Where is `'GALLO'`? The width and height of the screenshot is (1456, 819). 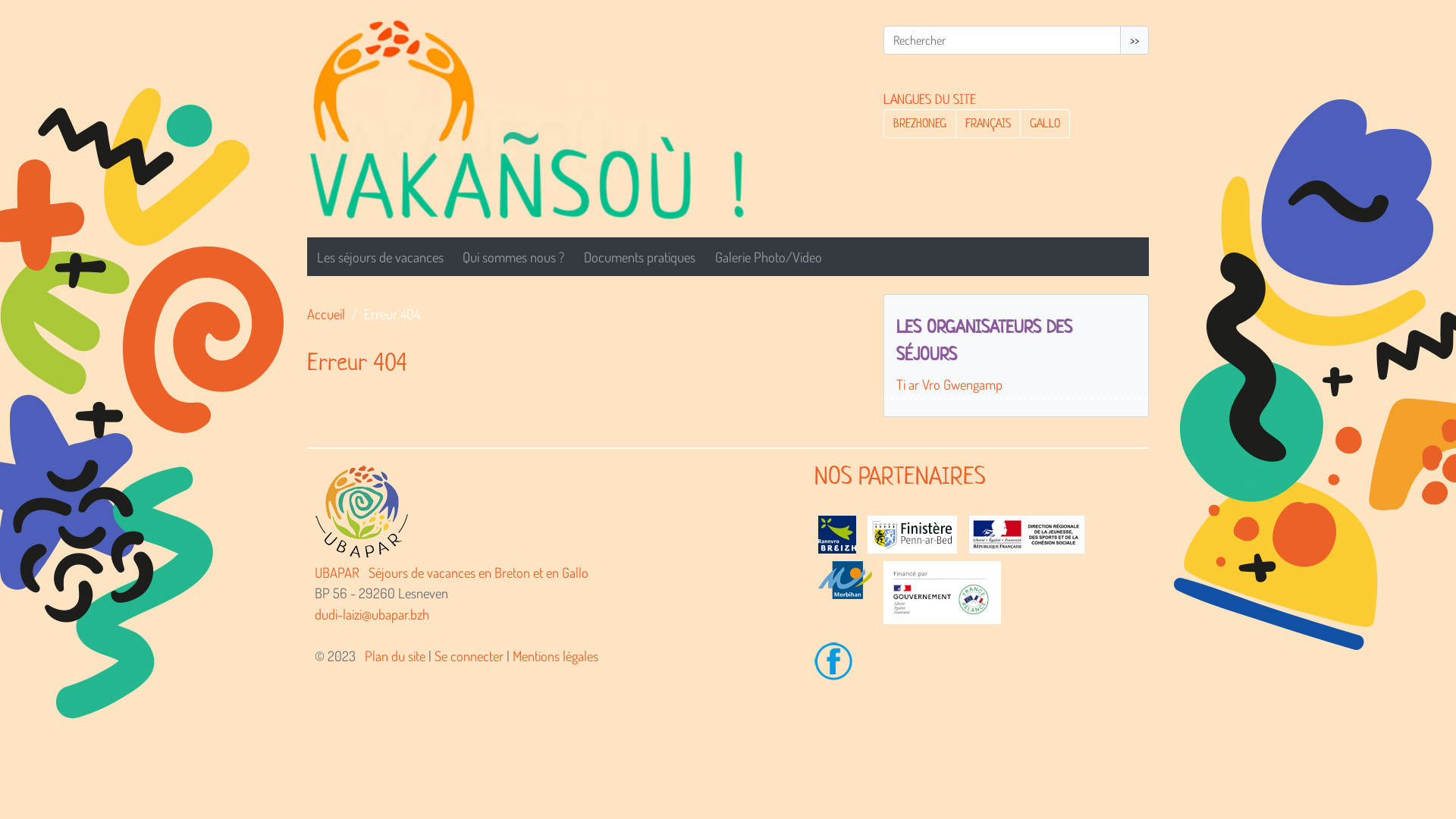
'GALLO' is located at coordinates (1043, 122).